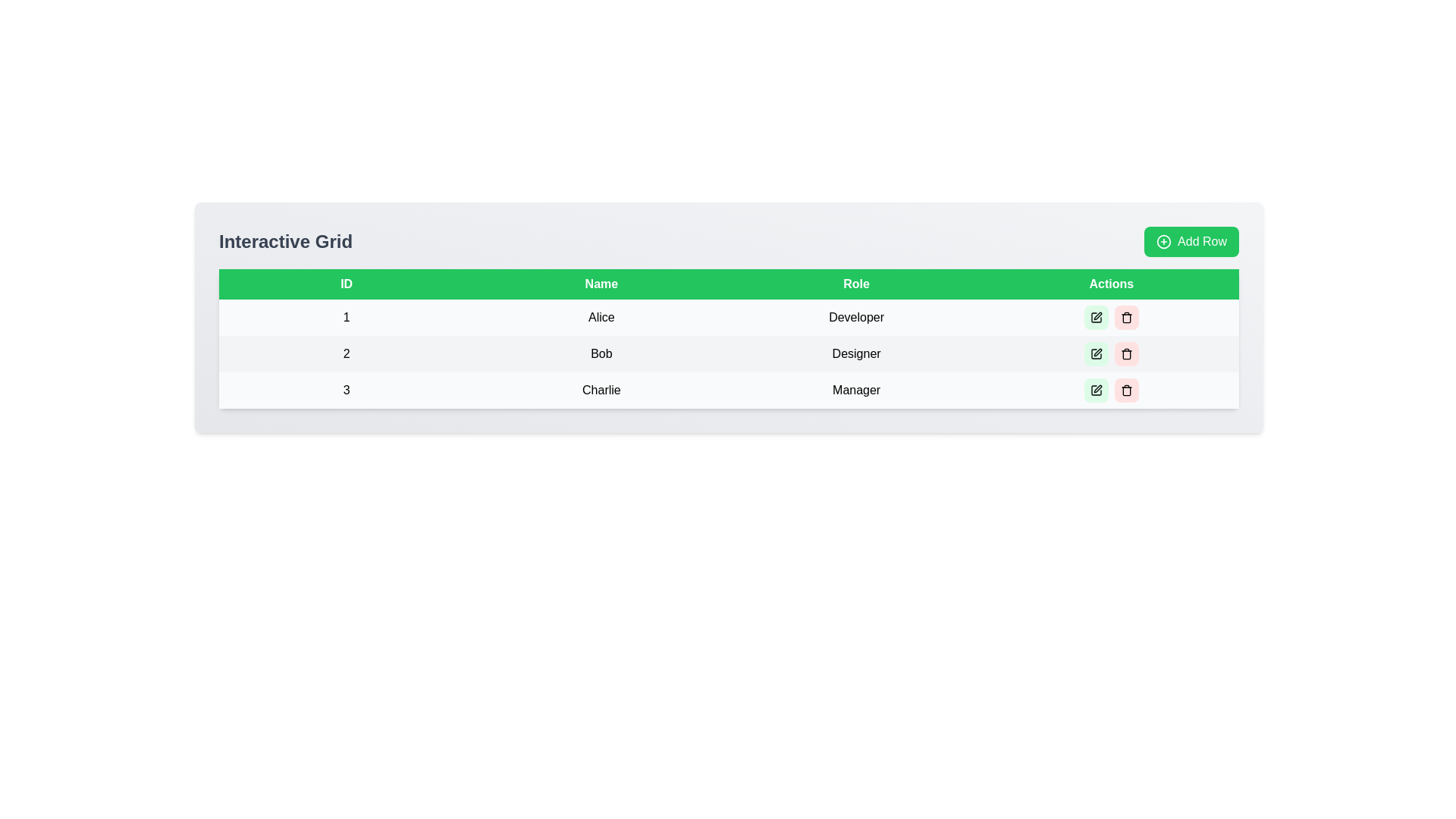 Image resolution: width=1456 pixels, height=819 pixels. Describe the element at coordinates (1126, 318) in the screenshot. I see `the trash can icon in the 'Actions' column` at that location.